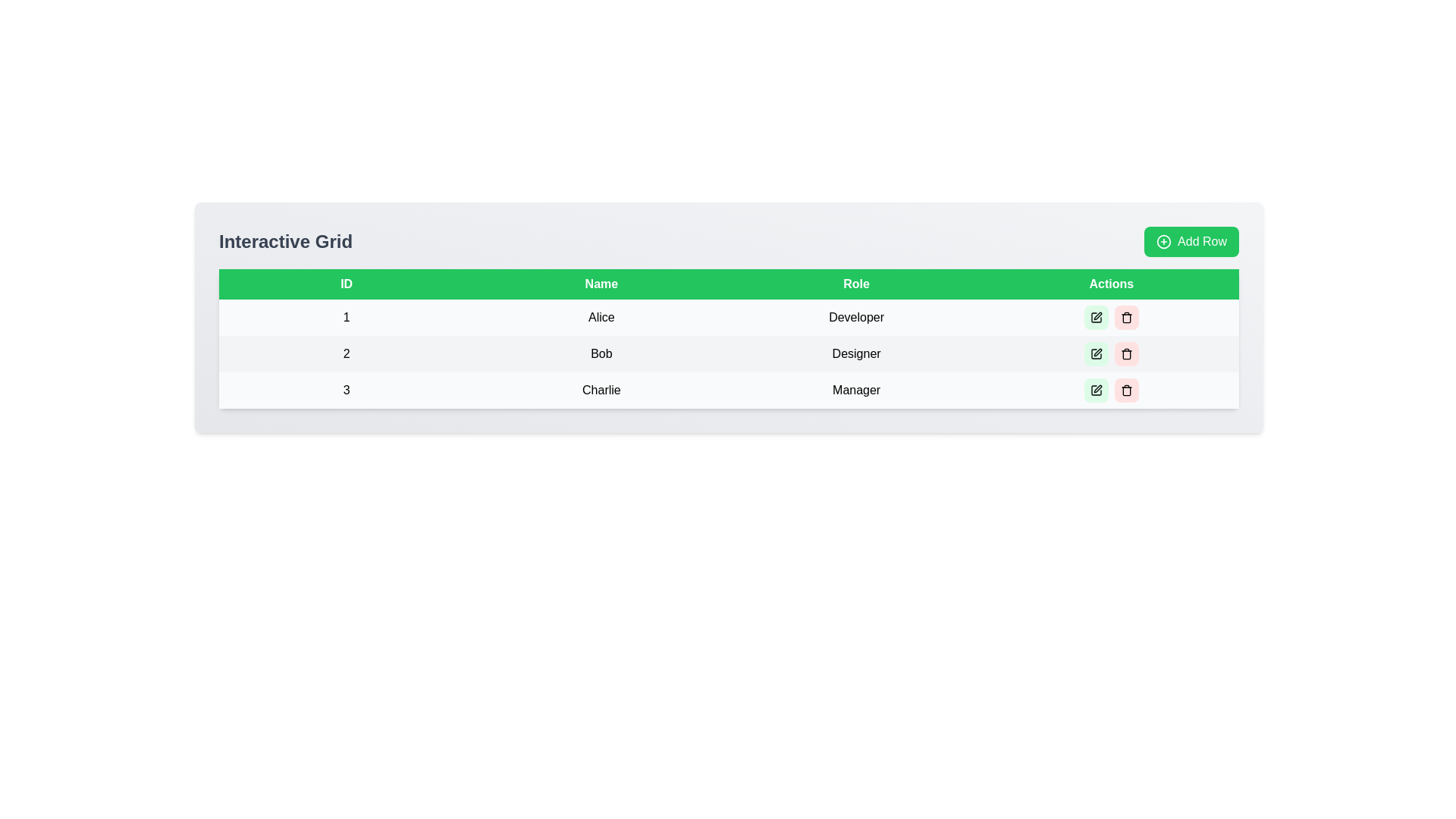 Image resolution: width=1456 pixels, height=819 pixels. Describe the element at coordinates (1126, 318) in the screenshot. I see `the trash can icon in the 'Actions' column` at that location.